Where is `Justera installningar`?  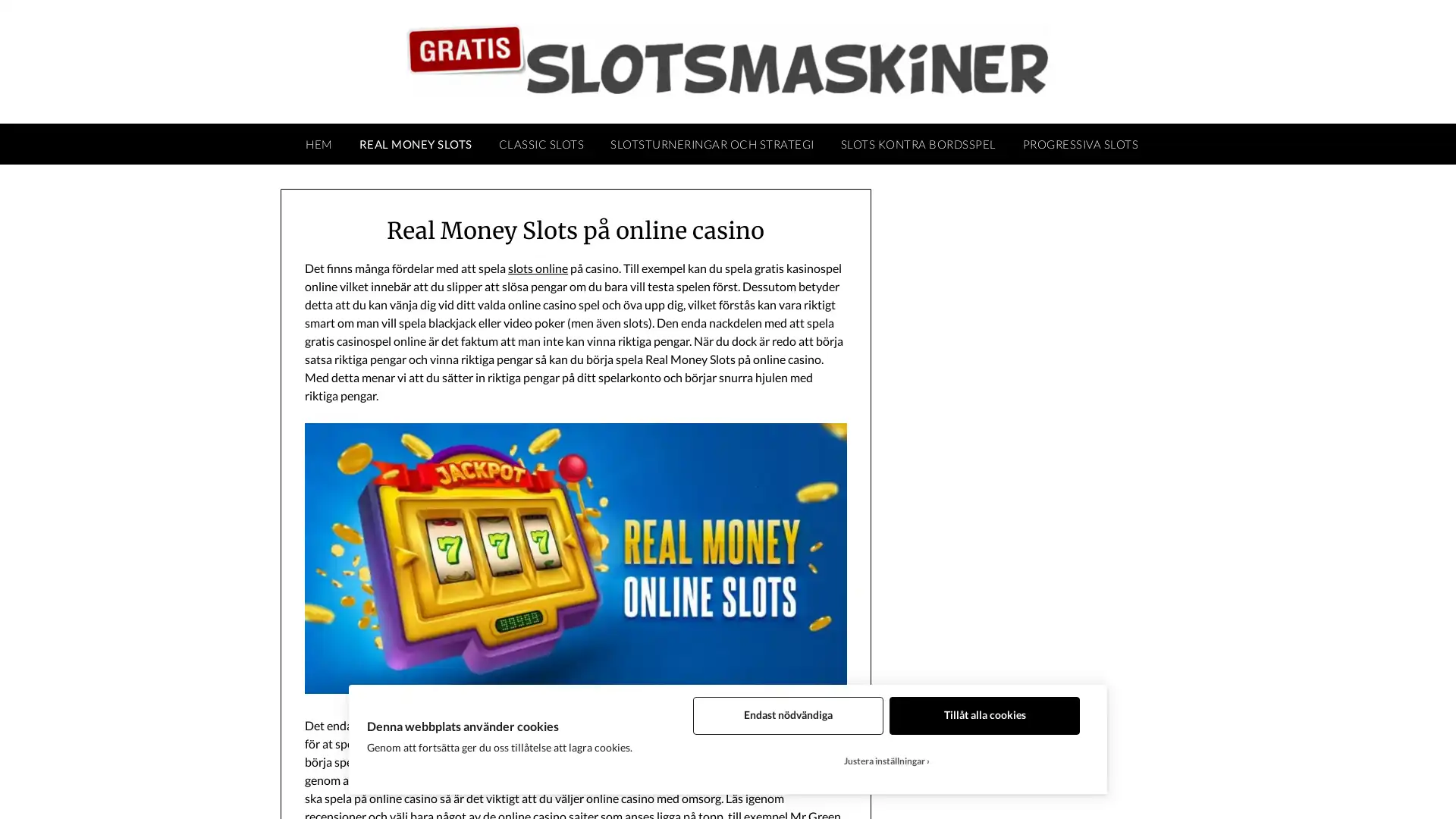
Justera installningar is located at coordinates (886, 761).